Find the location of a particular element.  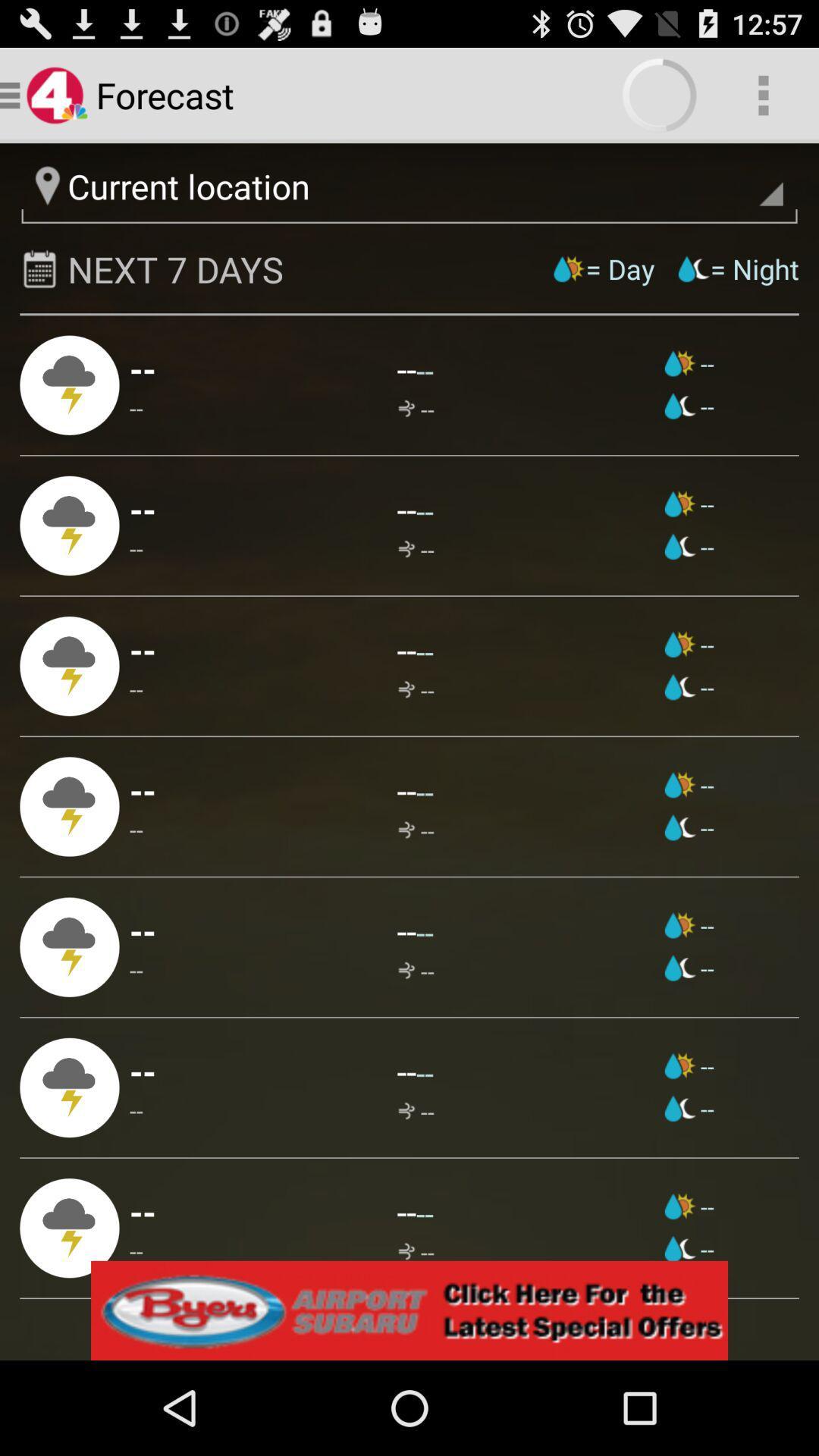

item next to the -- item is located at coordinates (689, 1249).